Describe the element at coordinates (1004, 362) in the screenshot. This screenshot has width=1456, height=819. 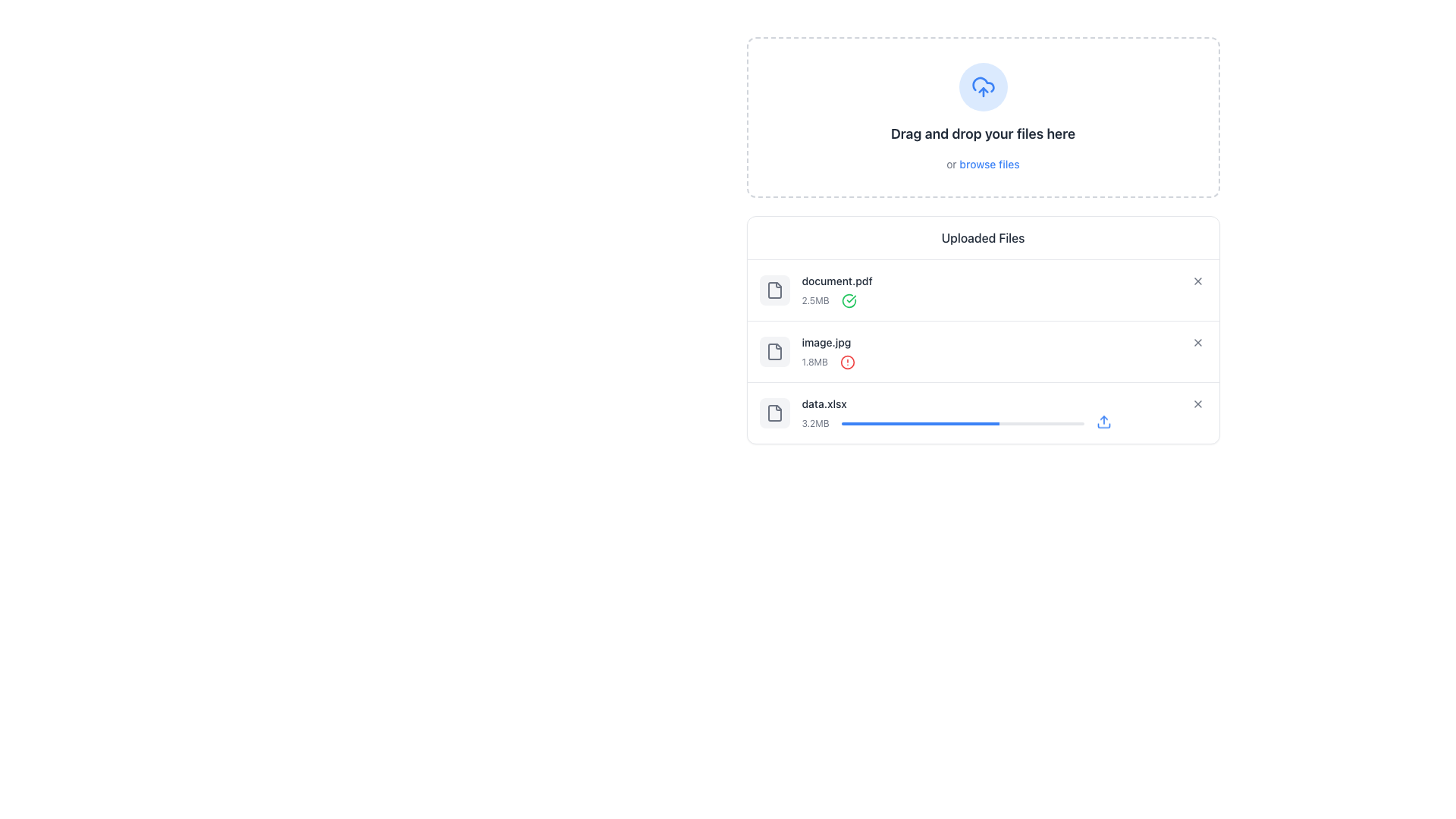
I see `the red alert icon next to the file size '1.8MB' to inspect the alert related to the file` at that location.